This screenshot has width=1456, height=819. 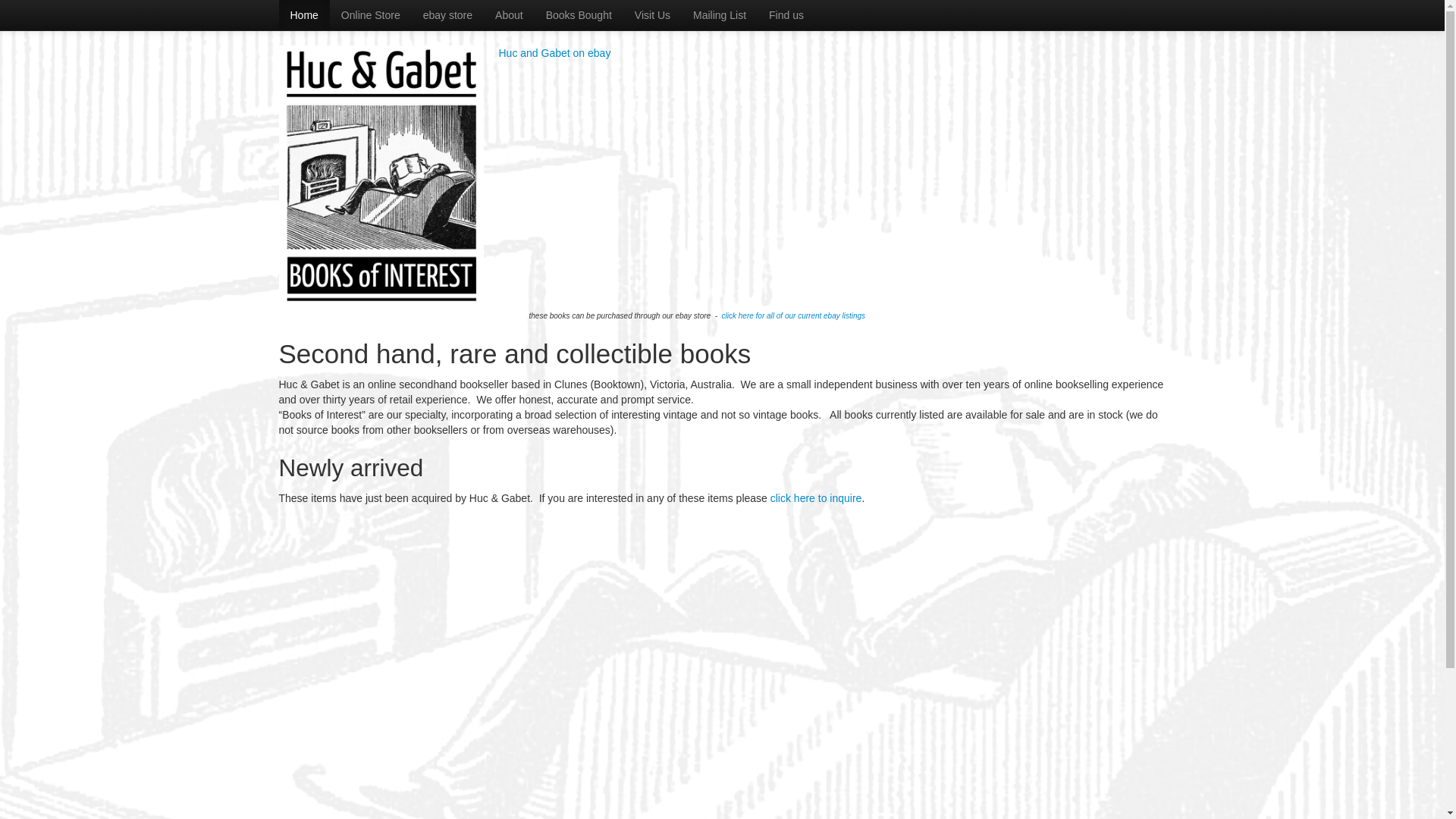 What do you see at coordinates (371, 14) in the screenshot?
I see `'Online Store'` at bounding box center [371, 14].